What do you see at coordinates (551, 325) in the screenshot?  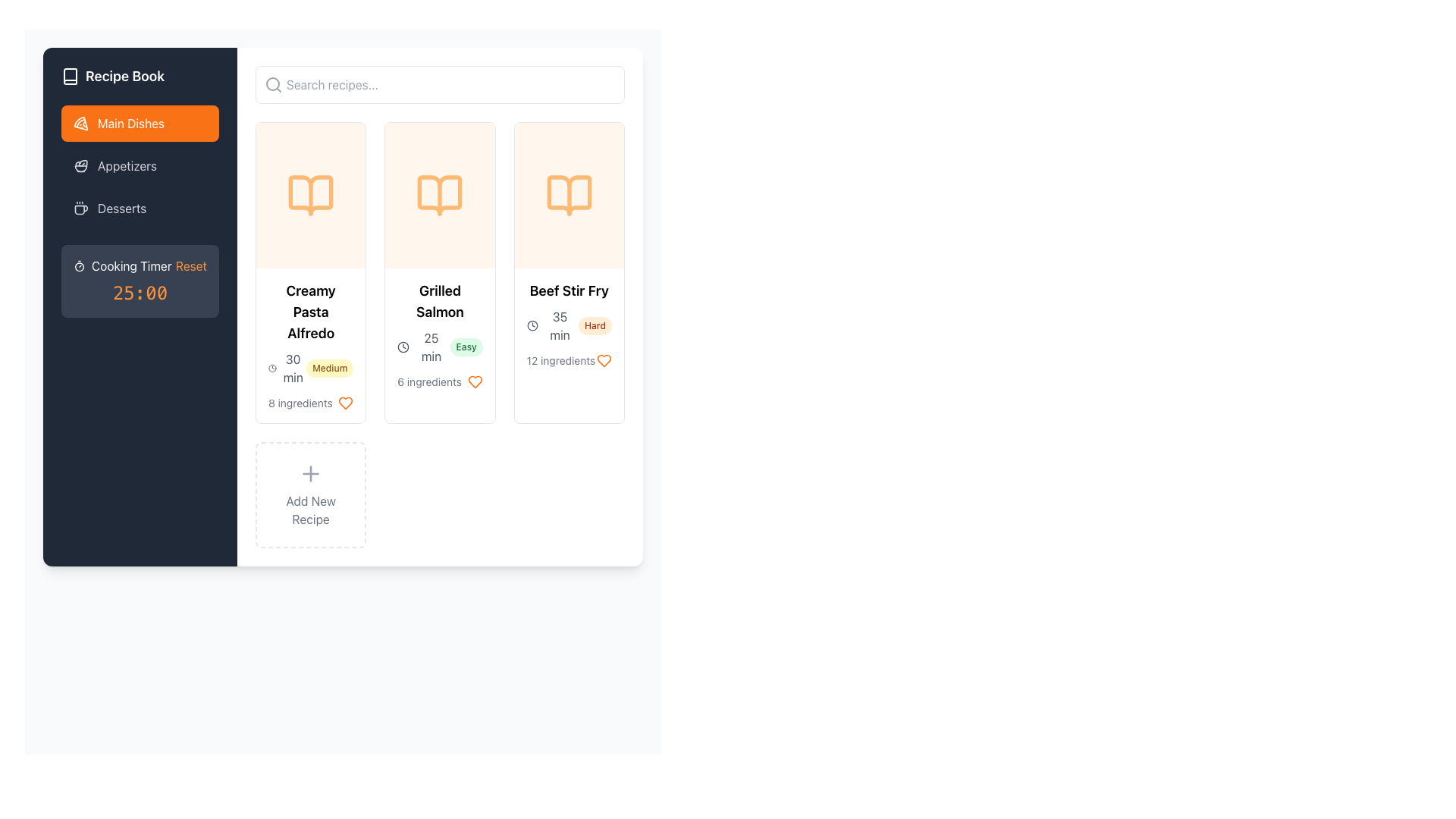 I see `text displaying '35 min' next to the clock icon in the detailed information section of the 'Beef Stir Fry' recipe card to note the cooking duration` at bounding box center [551, 325].